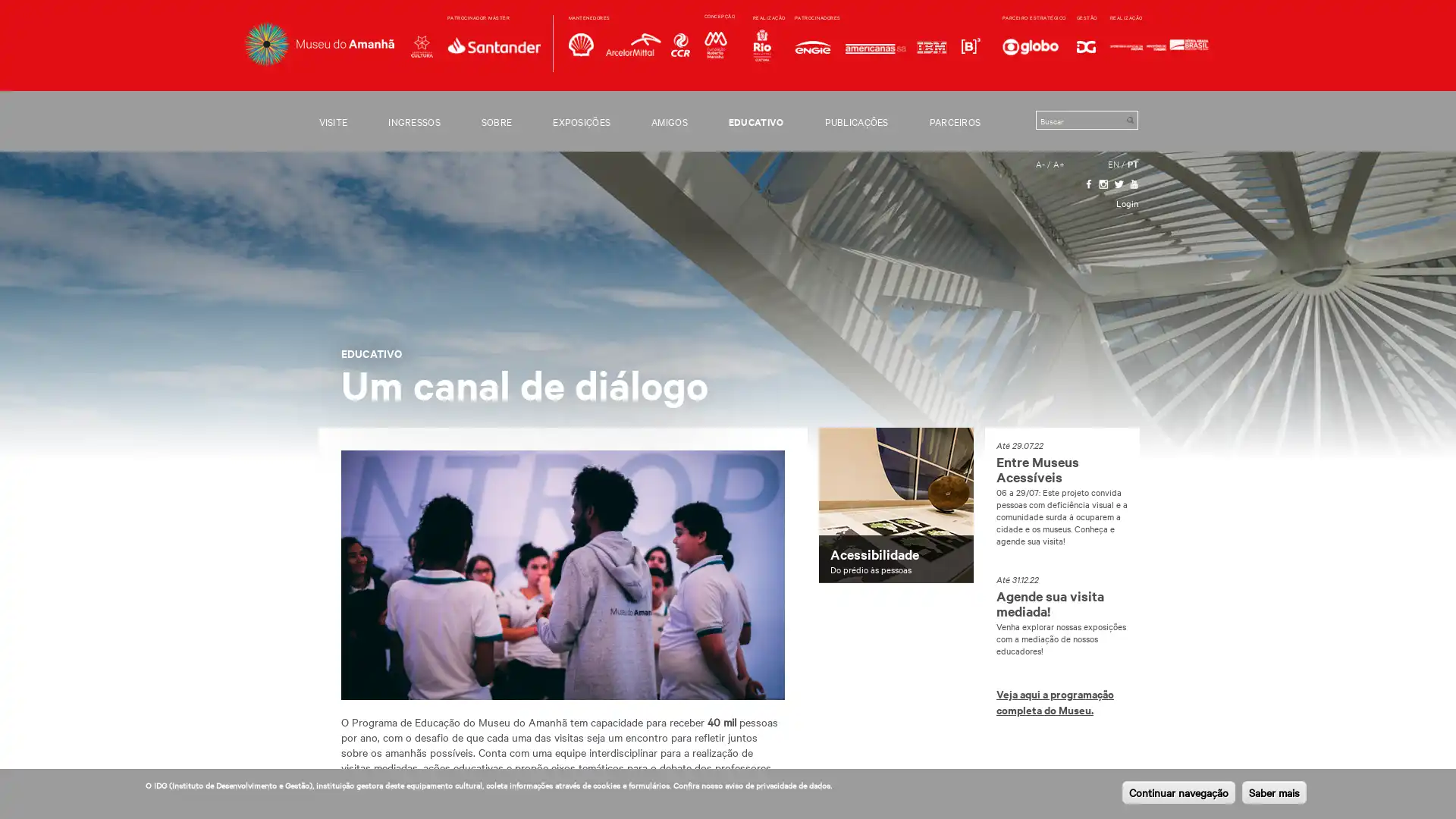 Image resolution: width=1456 pixels, height=819 pixels. What do you see at coordinates (1129, 119) in the screenshot?
I see `Submit` at bounding box center [1129, 119].